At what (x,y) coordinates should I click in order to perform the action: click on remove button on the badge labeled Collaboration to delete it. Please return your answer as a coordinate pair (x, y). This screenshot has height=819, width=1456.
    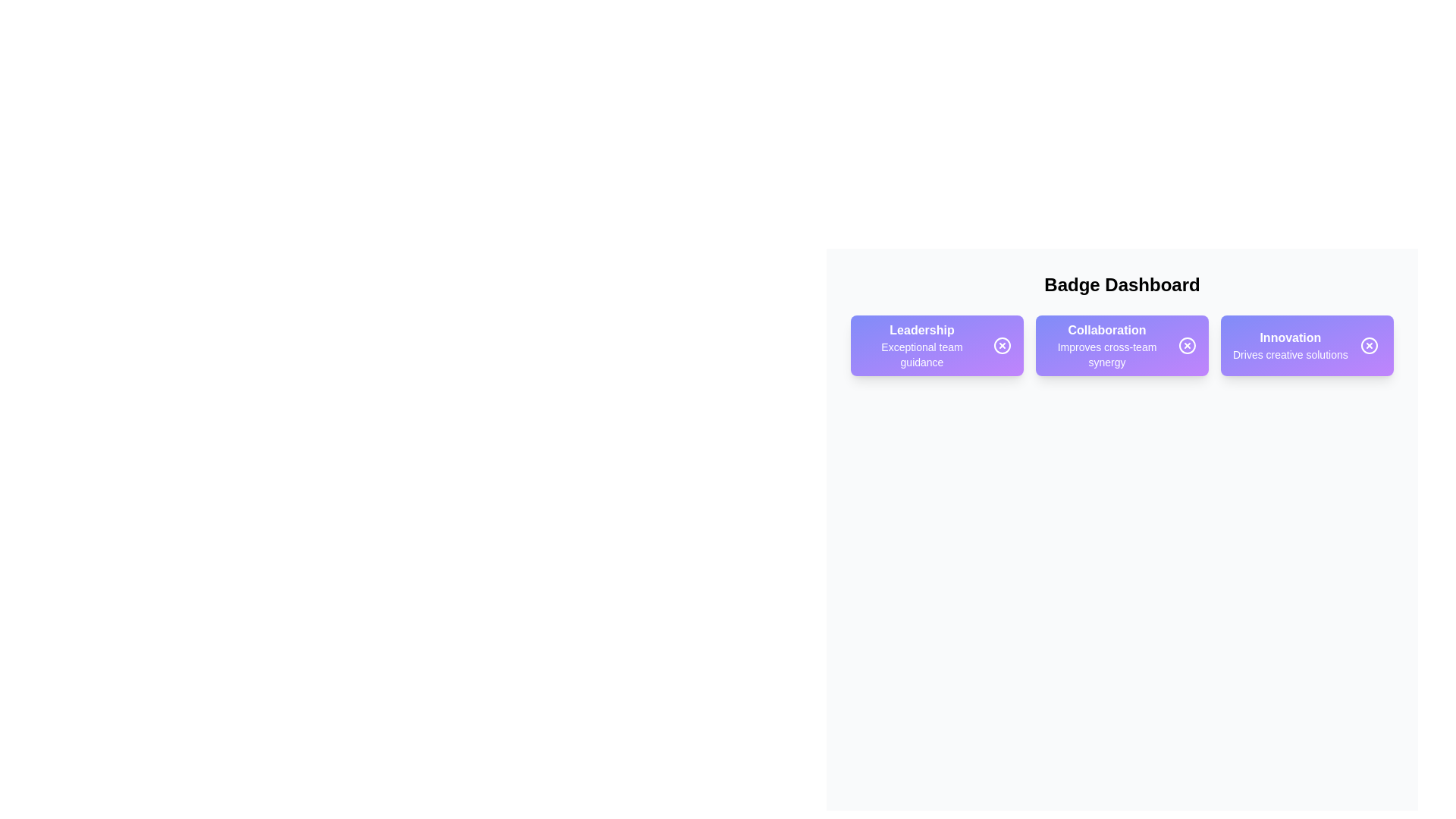
    Looking at the image, I should click on (1186, 345).